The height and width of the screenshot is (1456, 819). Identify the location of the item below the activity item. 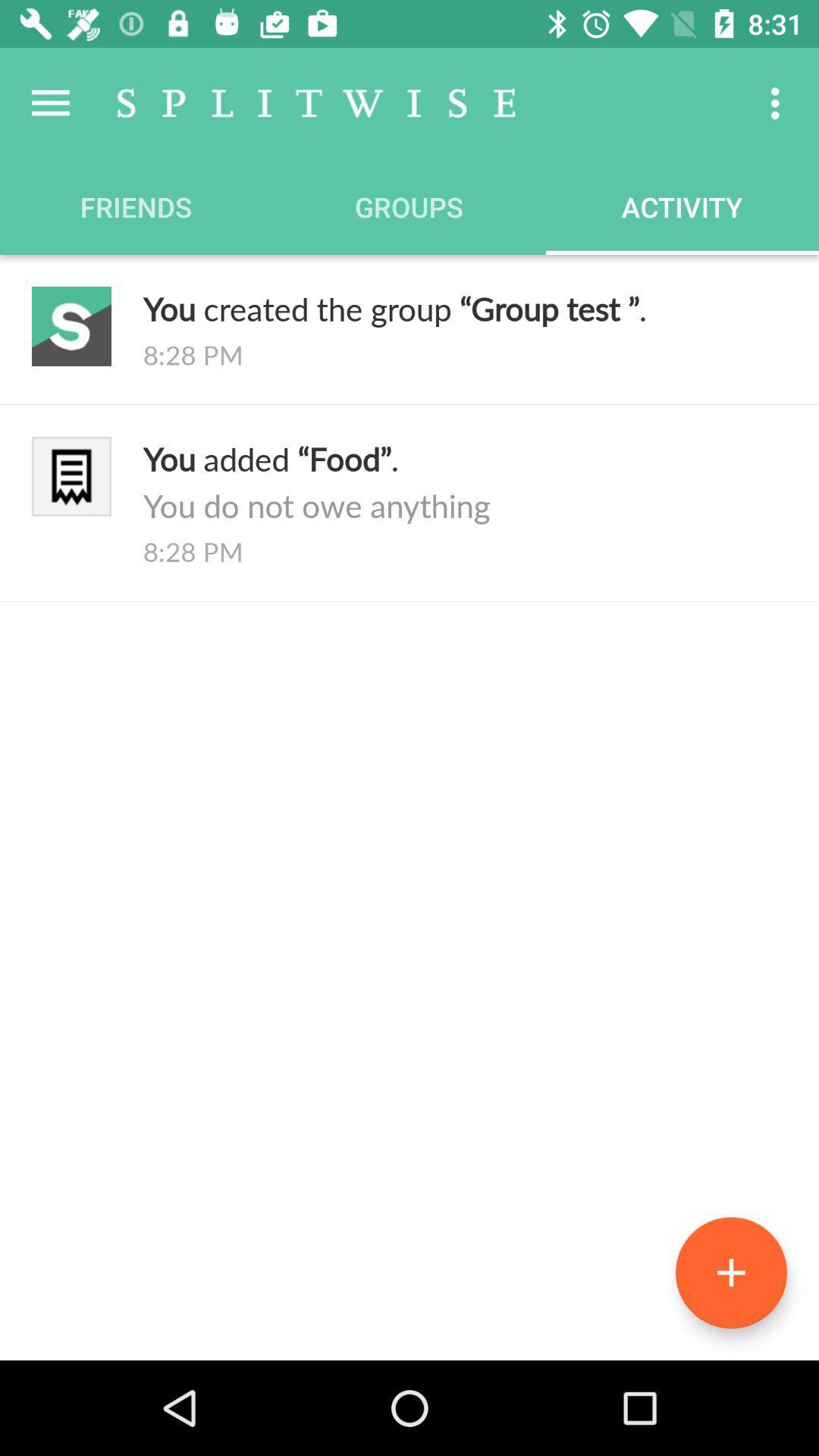
(464, 307).